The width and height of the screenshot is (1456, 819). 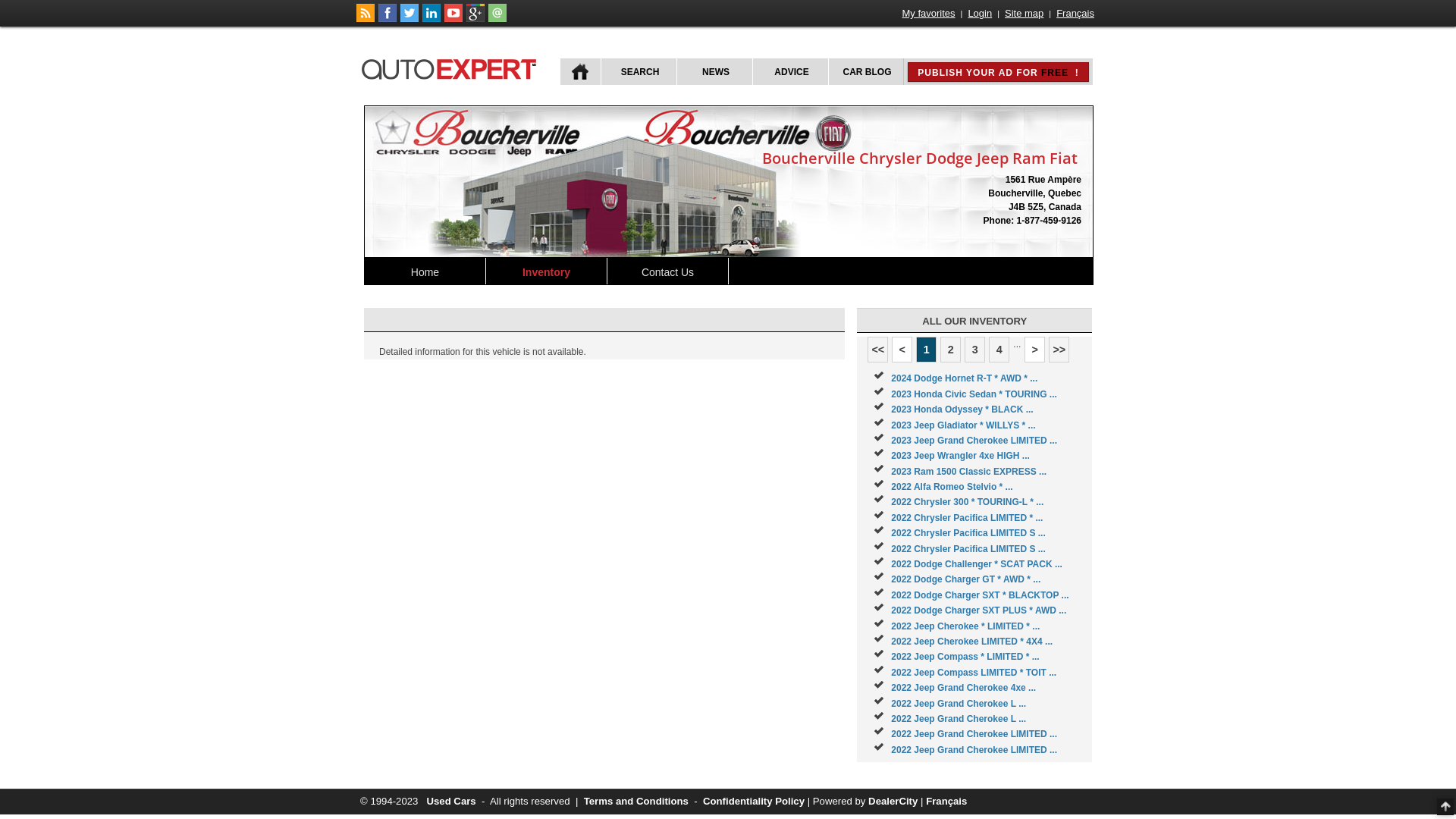 What do you see at coordinates (667, 270) in the screenshot?
I see `'Contact Us'` at bounding box center [667, 270].